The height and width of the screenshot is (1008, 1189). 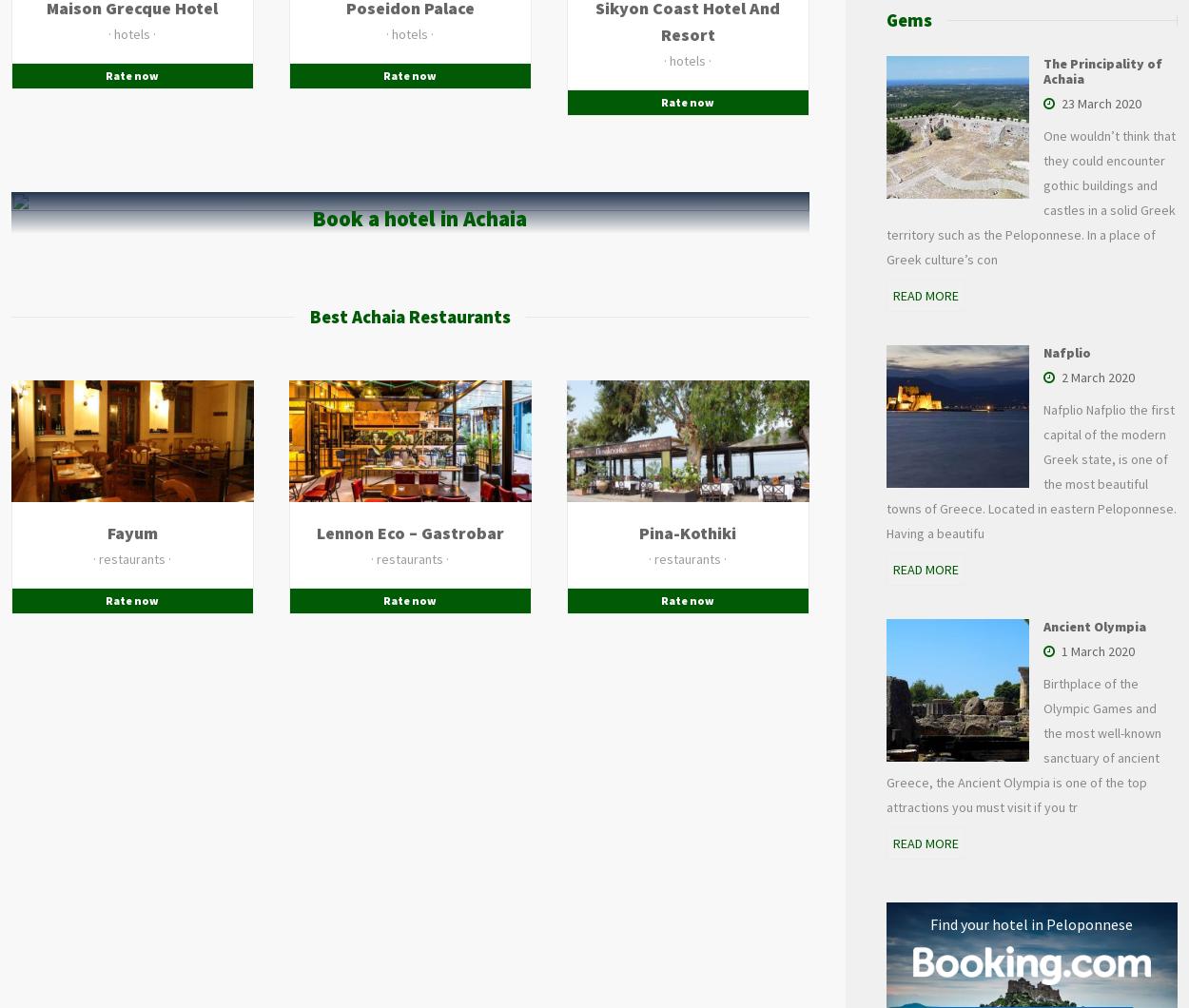 What do you see at coordinates (431, 494) in the screenshot?
I see `'30 - 32 Georgiou Squ., Patra 262-21'` at bounding box center [431, 494].